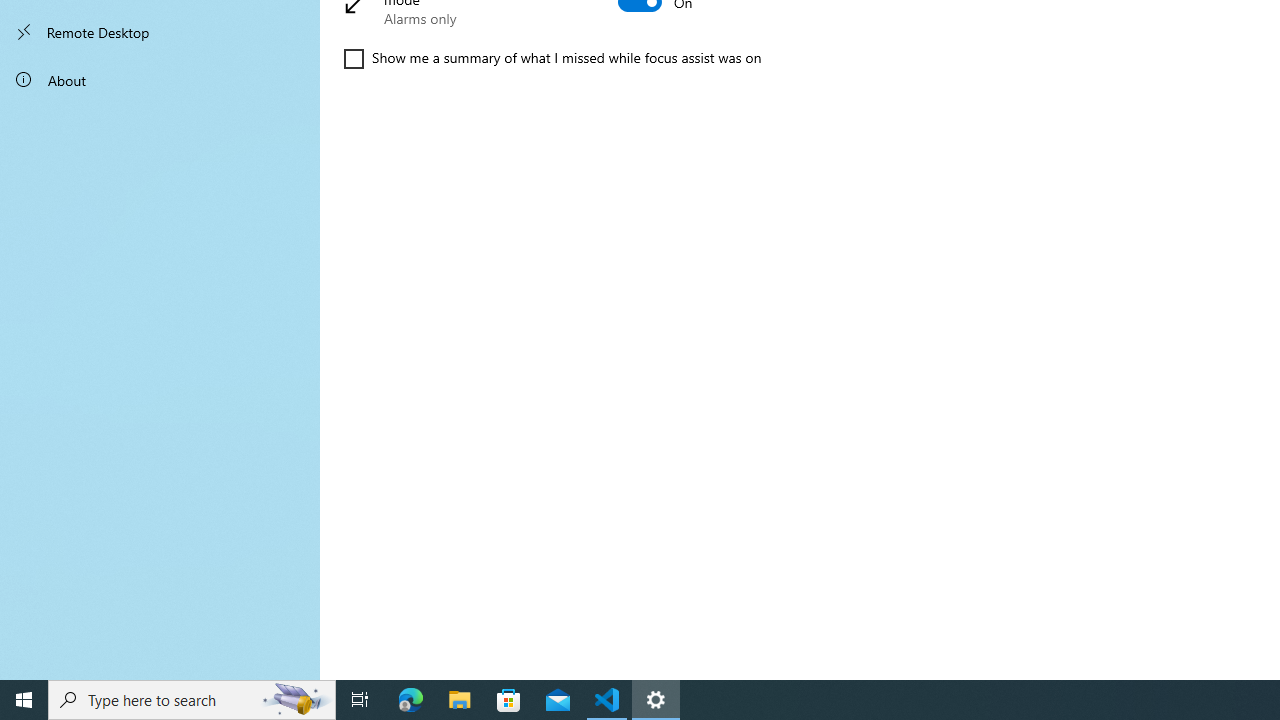  I want to click on 'Microsoft Store', so click(509, 698).